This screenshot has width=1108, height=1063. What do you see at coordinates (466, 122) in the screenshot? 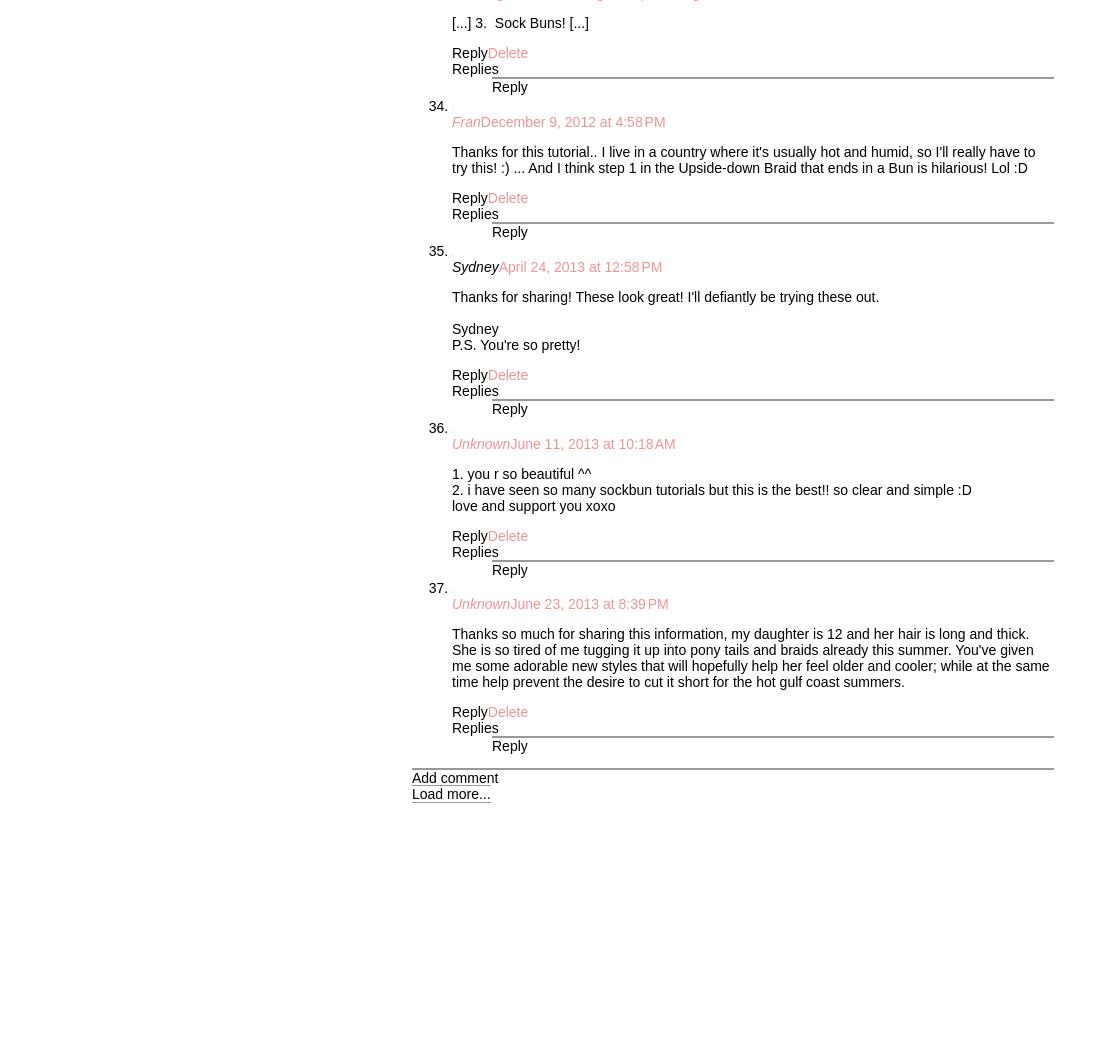
I see `'Fran'` at bounding box center [466, 122].